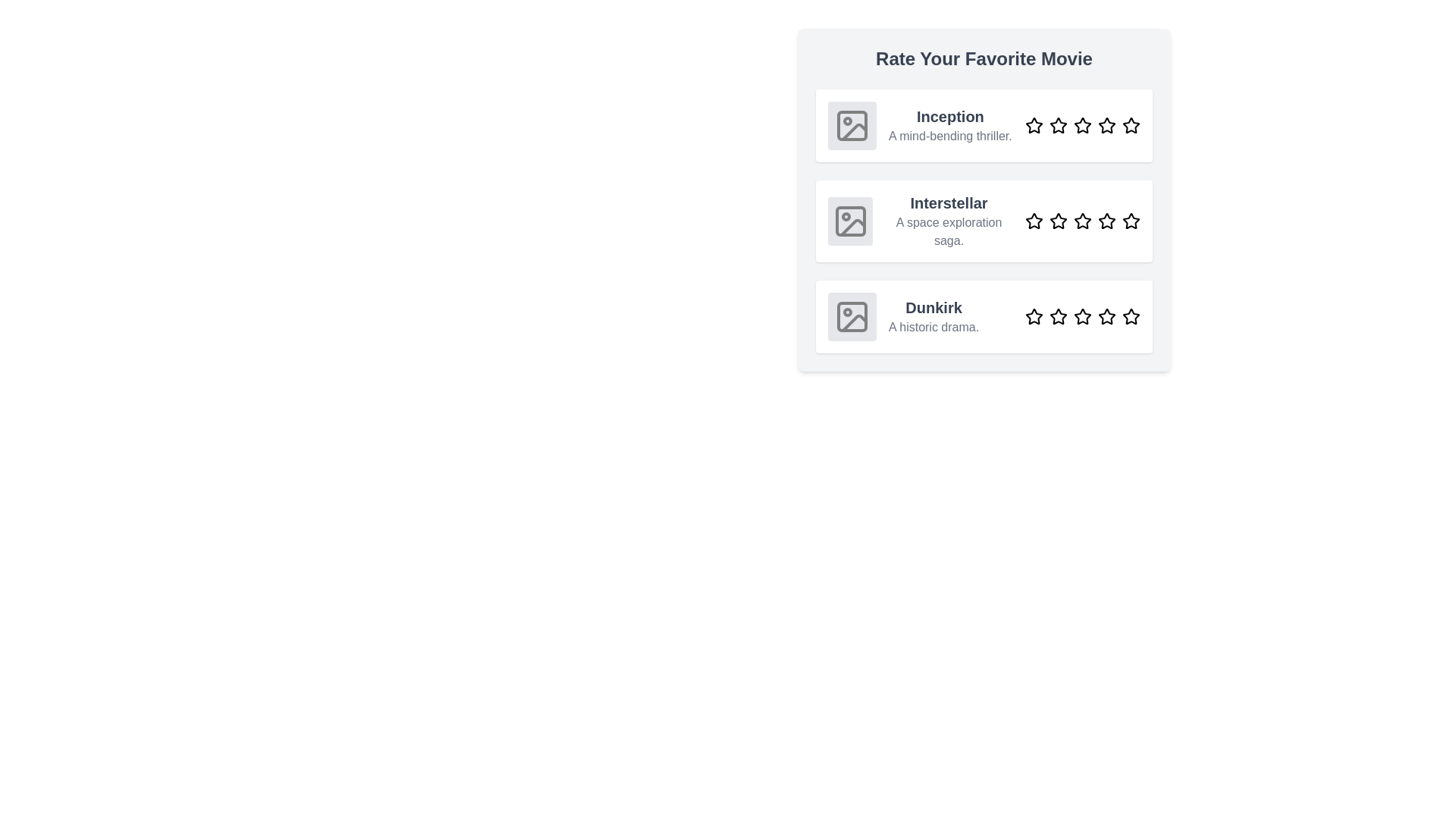 The height and width of the screenshot is (819, 1456). I want to click on the fifth star rating icon for the 'Inception' entry, which is styled in a stroke format and changes color upon interaction, so click(1131, 124).